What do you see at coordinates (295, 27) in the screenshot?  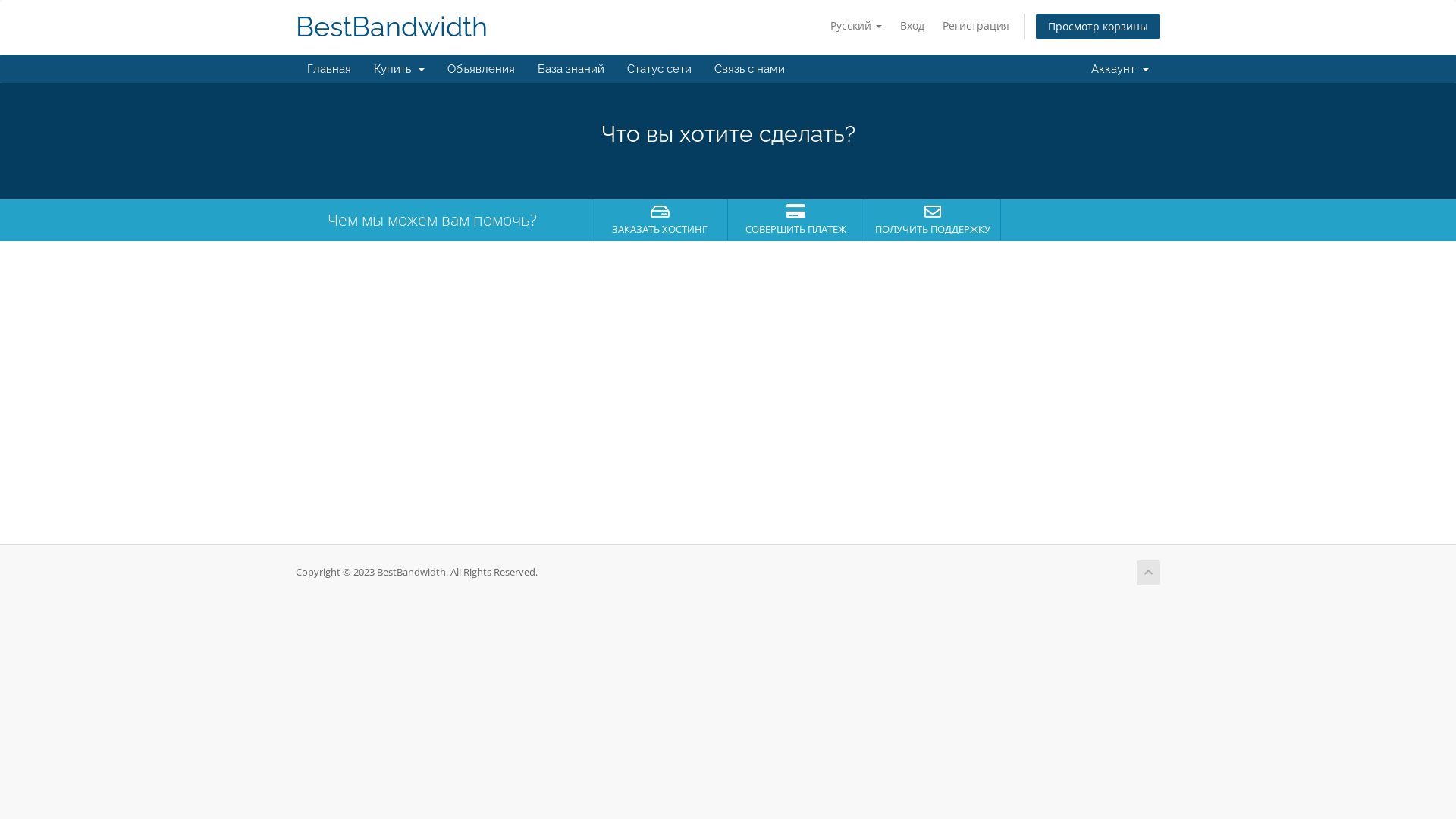 I see `'BestBandwidth'` at bounding box center [295, 27].